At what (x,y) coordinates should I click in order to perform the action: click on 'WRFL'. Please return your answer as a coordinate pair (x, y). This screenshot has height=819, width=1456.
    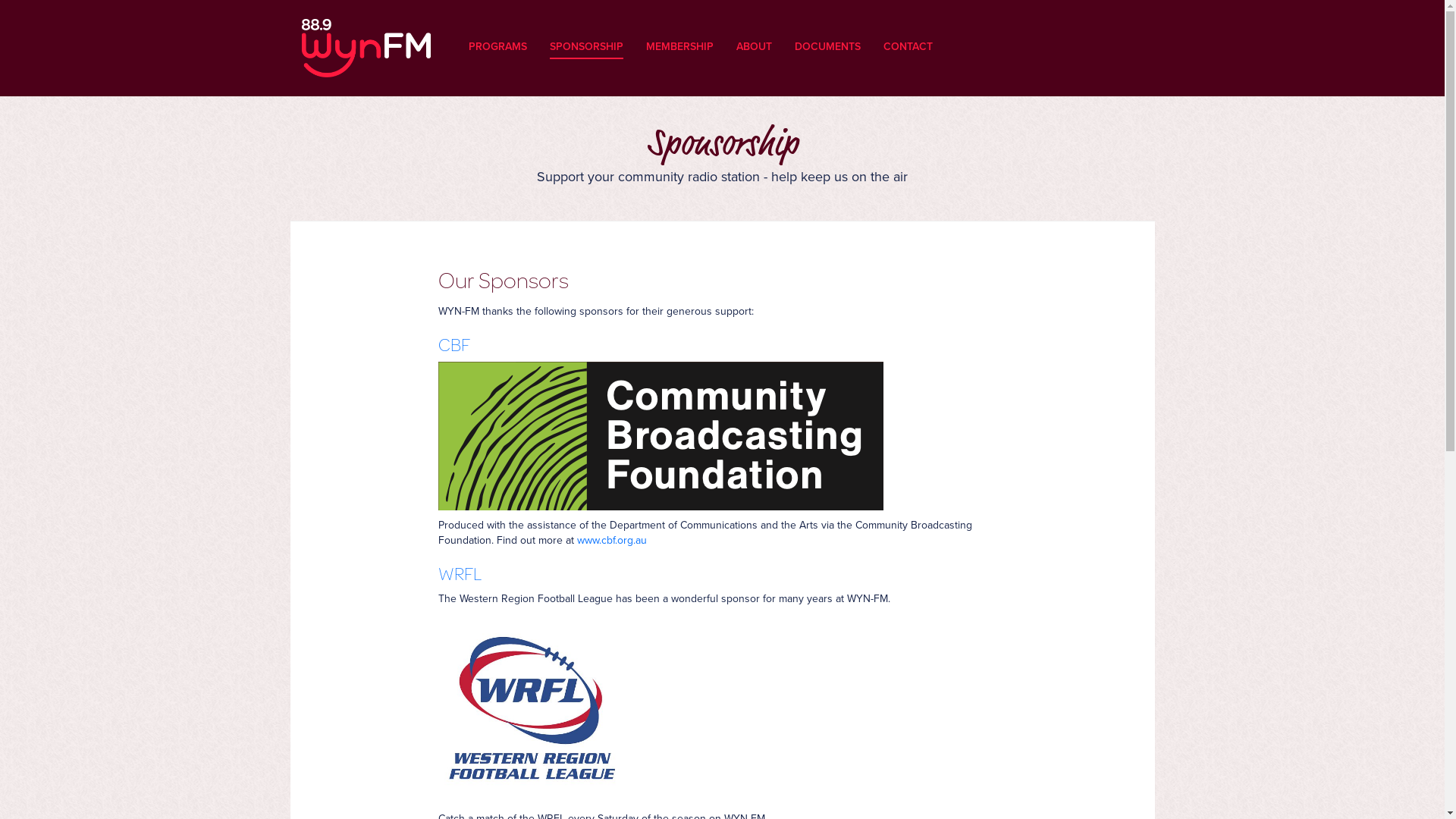
    Looking at the image, I should click on (437, 573).